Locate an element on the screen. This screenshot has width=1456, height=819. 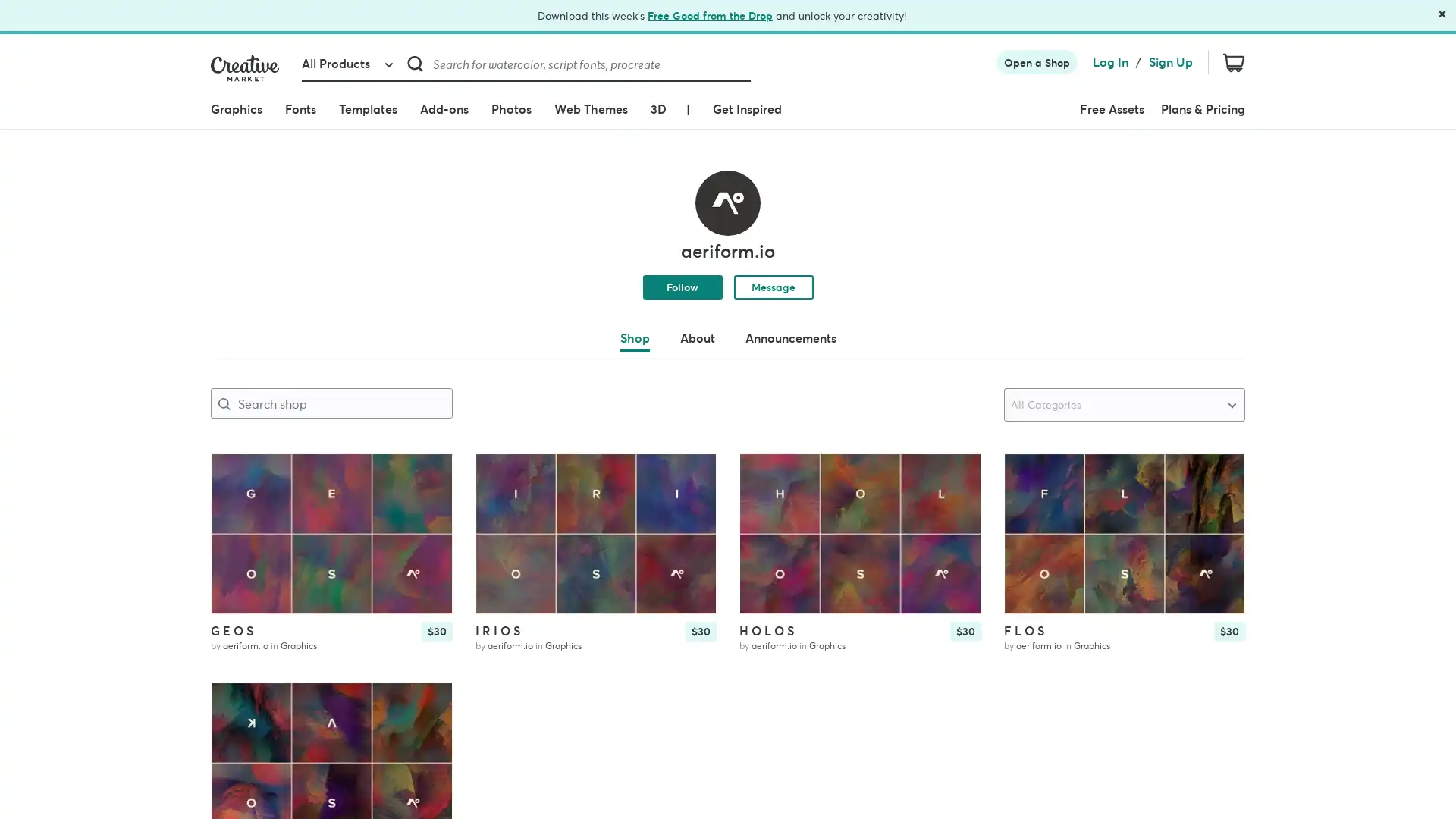
Pin to Pinterest is located at coordinates (500, 478).